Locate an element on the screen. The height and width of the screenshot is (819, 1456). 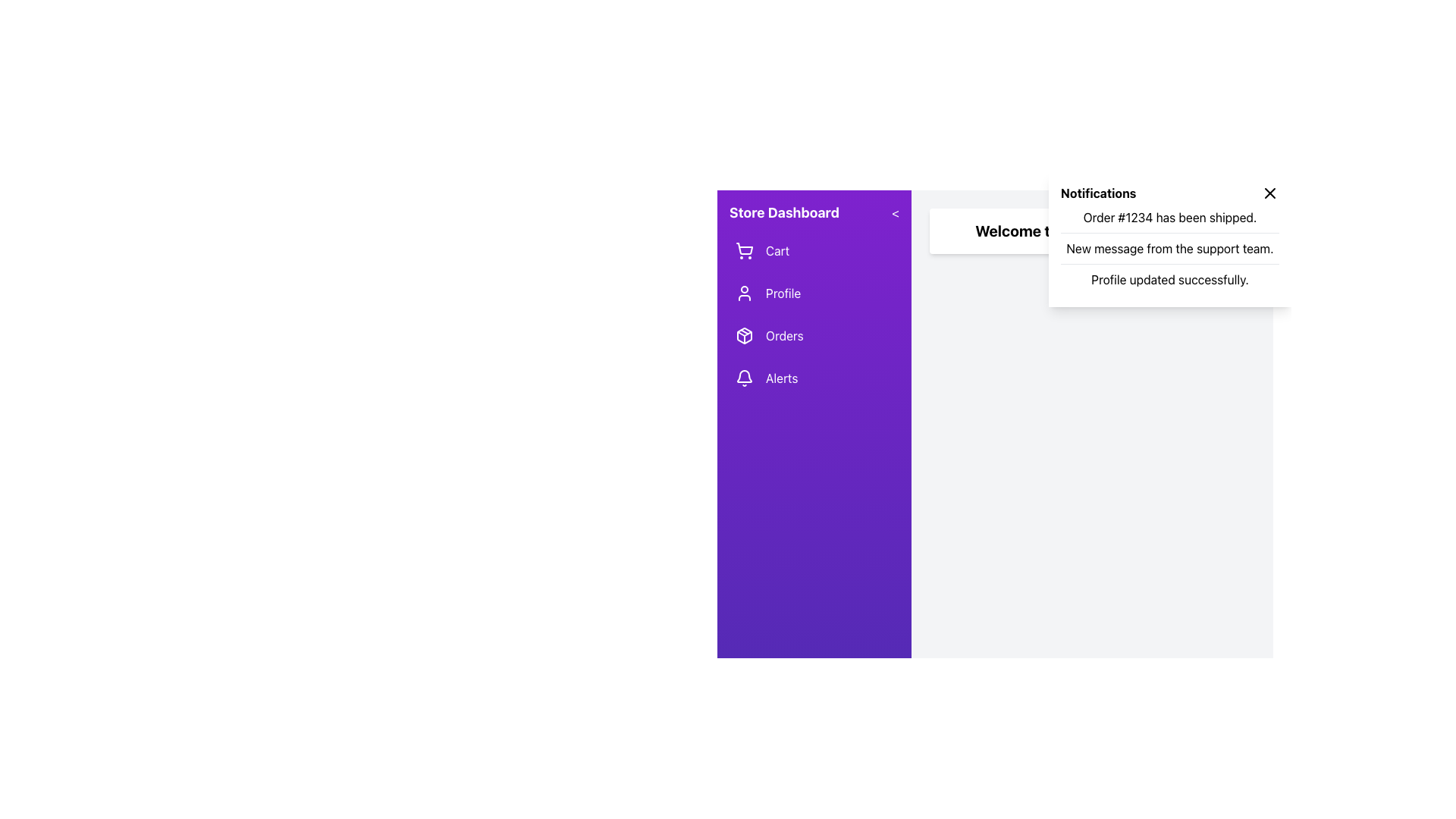
the 'Profile' text label in the navigation sidebar is located at coordinates (783, 293).